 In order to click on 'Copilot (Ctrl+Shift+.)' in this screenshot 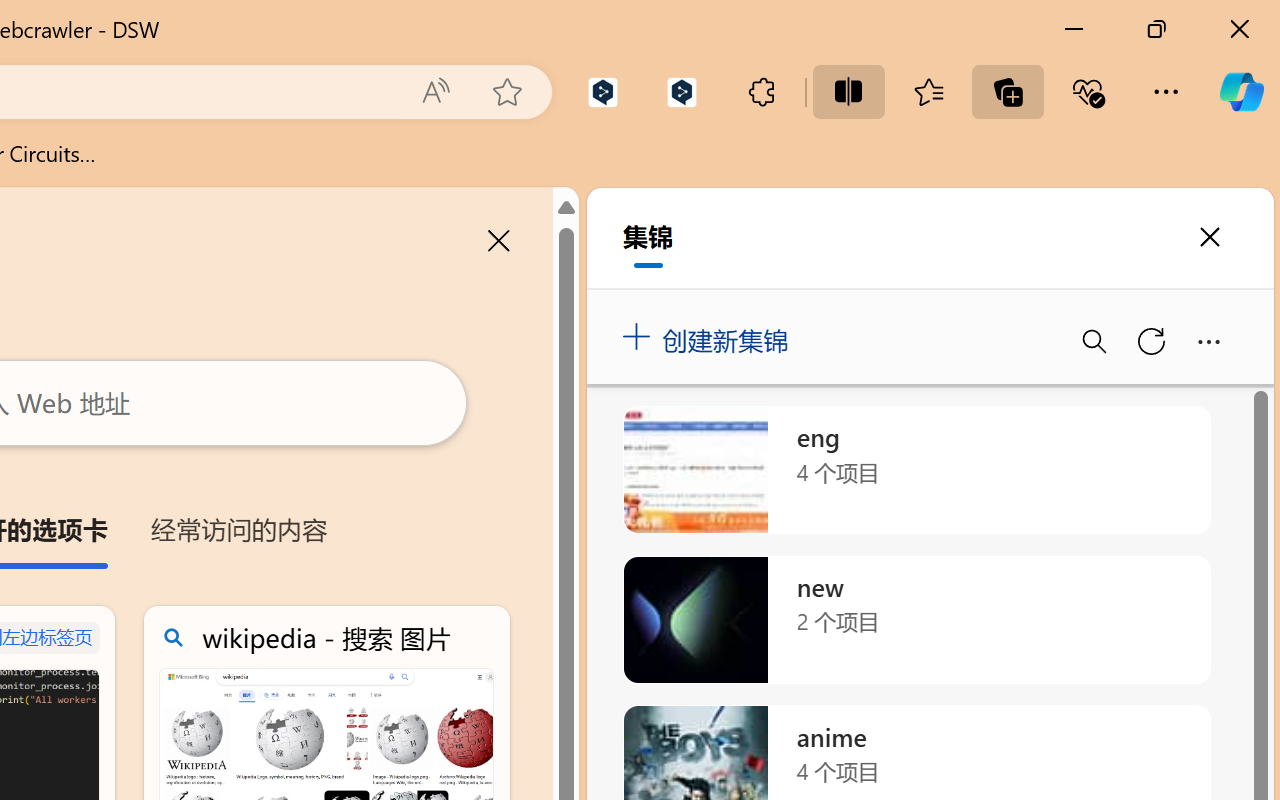, I will do `click(1240, 91)`.